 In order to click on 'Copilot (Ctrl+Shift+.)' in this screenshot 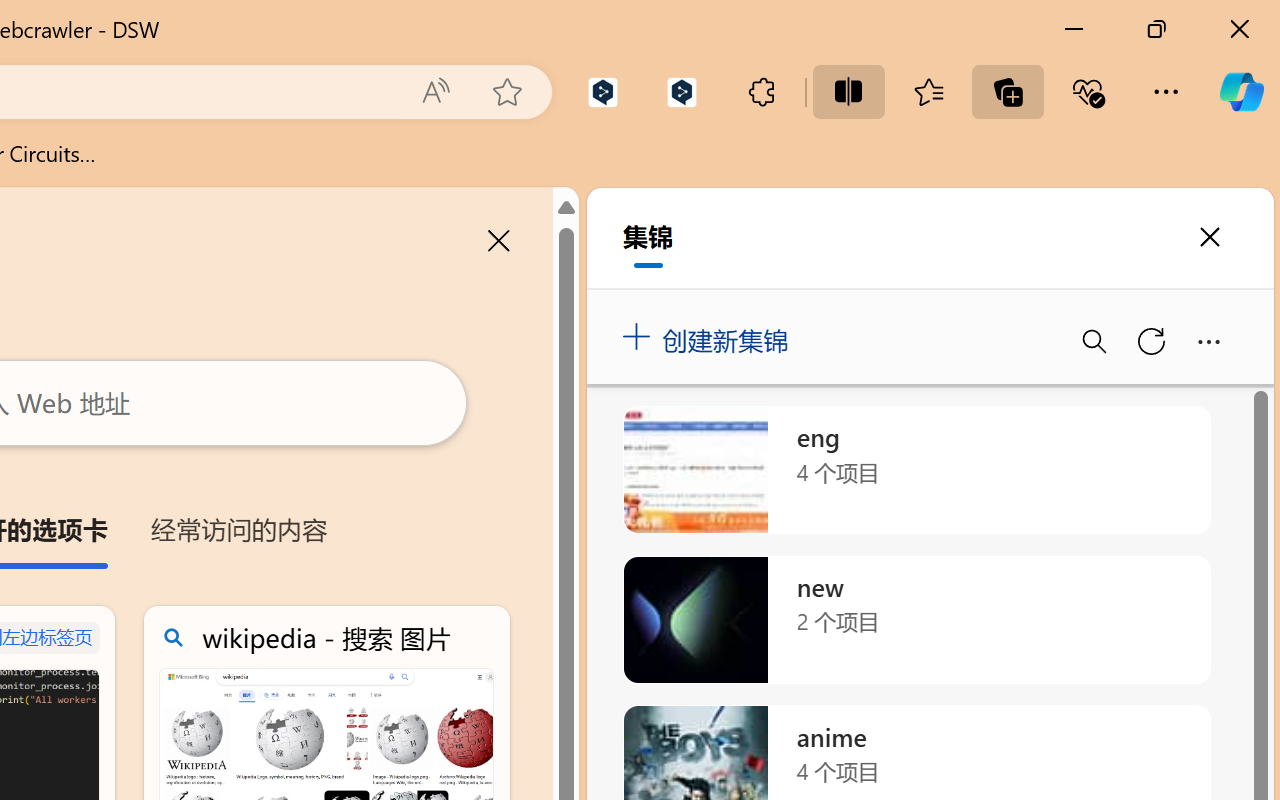, I will do `click(1240, 91)`.